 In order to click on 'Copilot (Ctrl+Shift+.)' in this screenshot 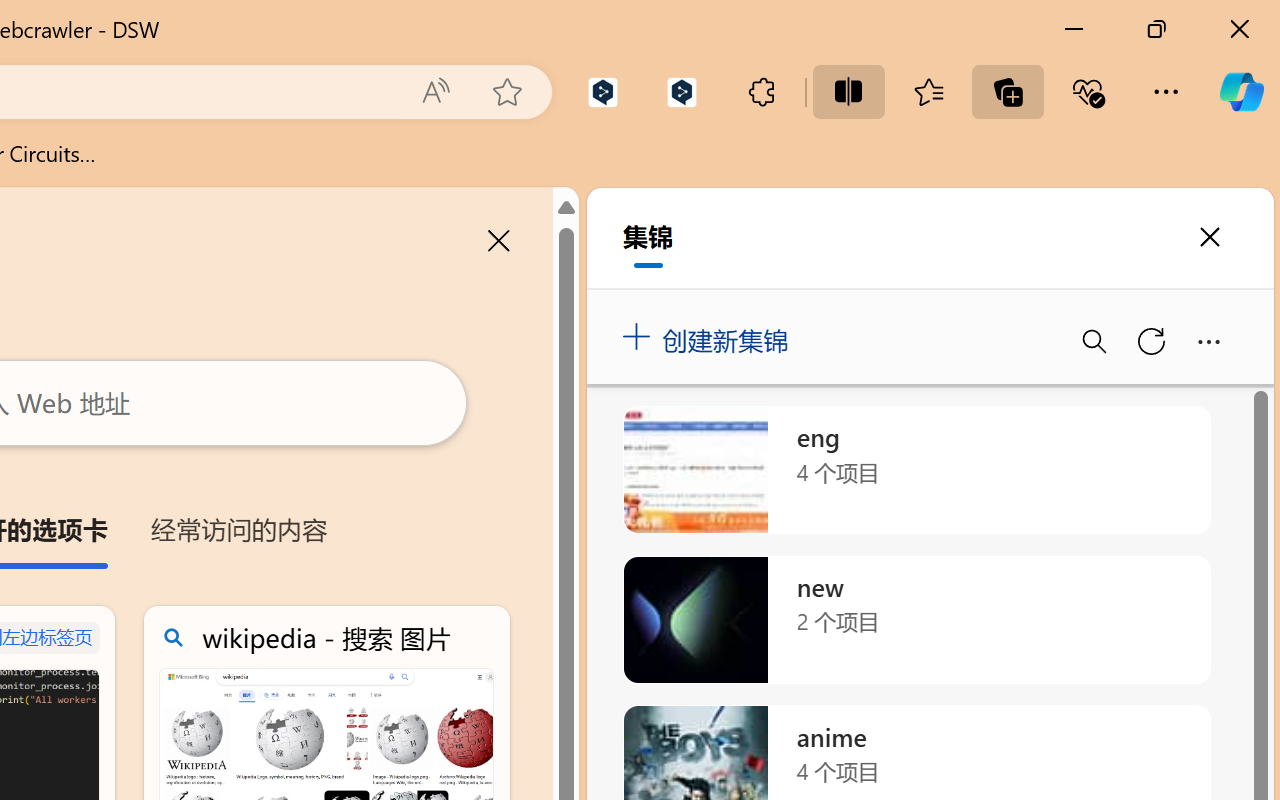, I will do `click(1240, 91)`.